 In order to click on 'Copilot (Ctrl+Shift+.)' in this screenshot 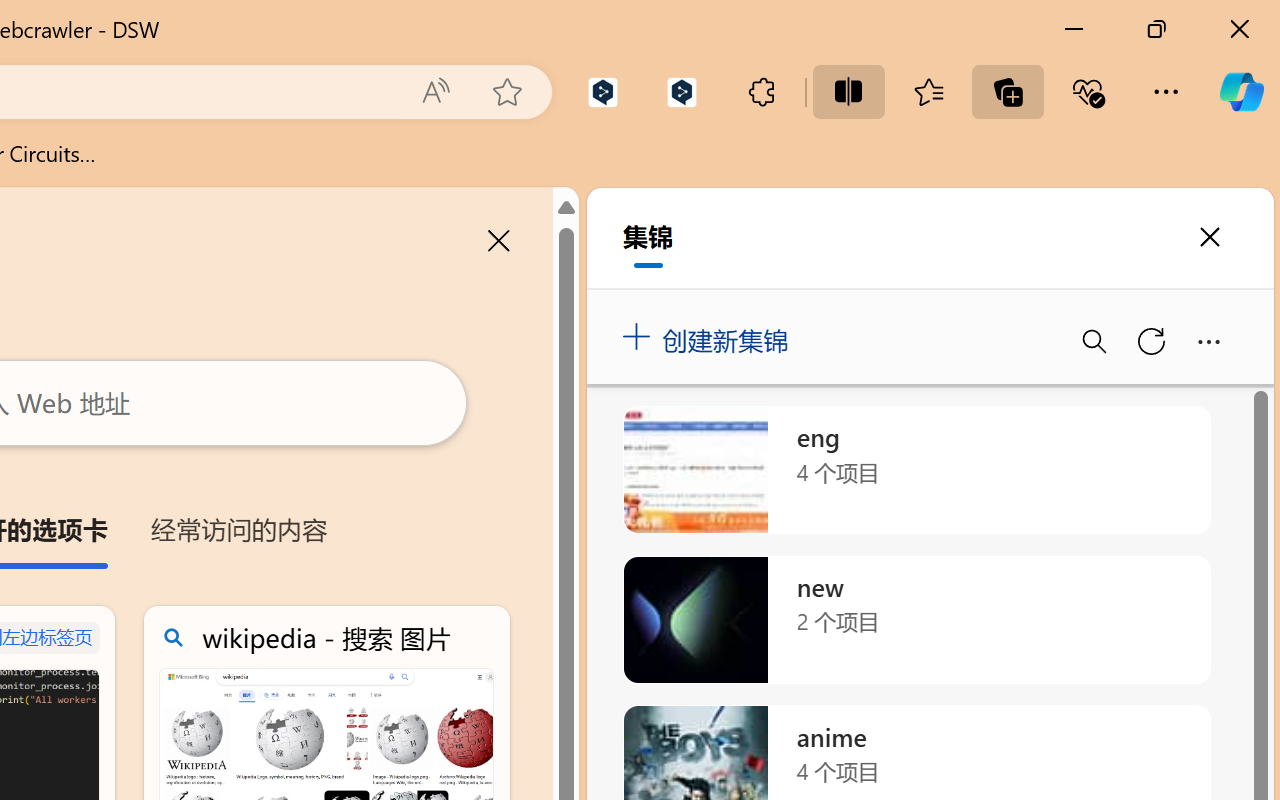, I will do `click(1240, 91)`.